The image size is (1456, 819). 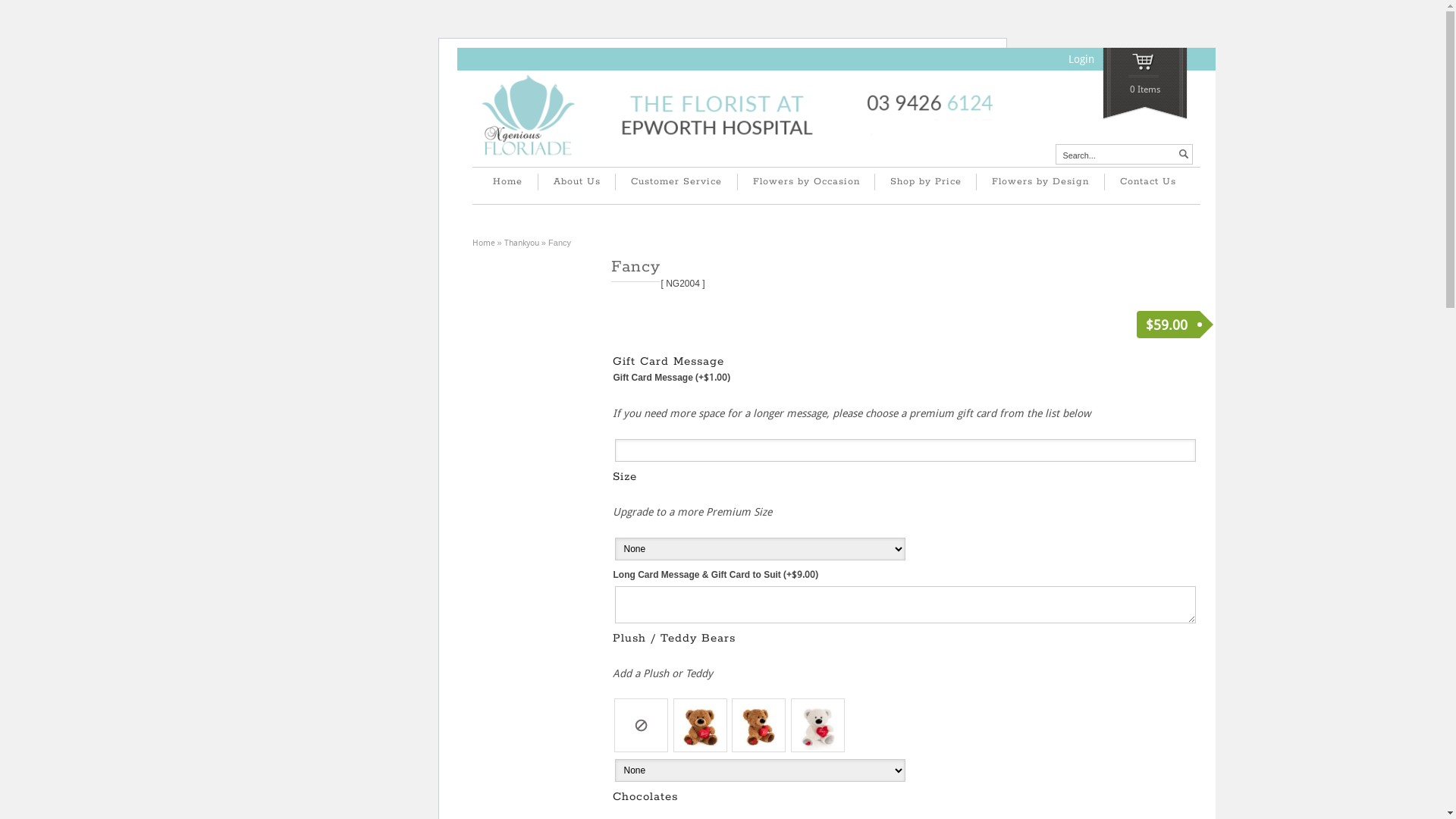 What do you see at coordinates (1147, 180) in the screenshot?
I see `'Contact Us'` at bounding box center [1147, 180].